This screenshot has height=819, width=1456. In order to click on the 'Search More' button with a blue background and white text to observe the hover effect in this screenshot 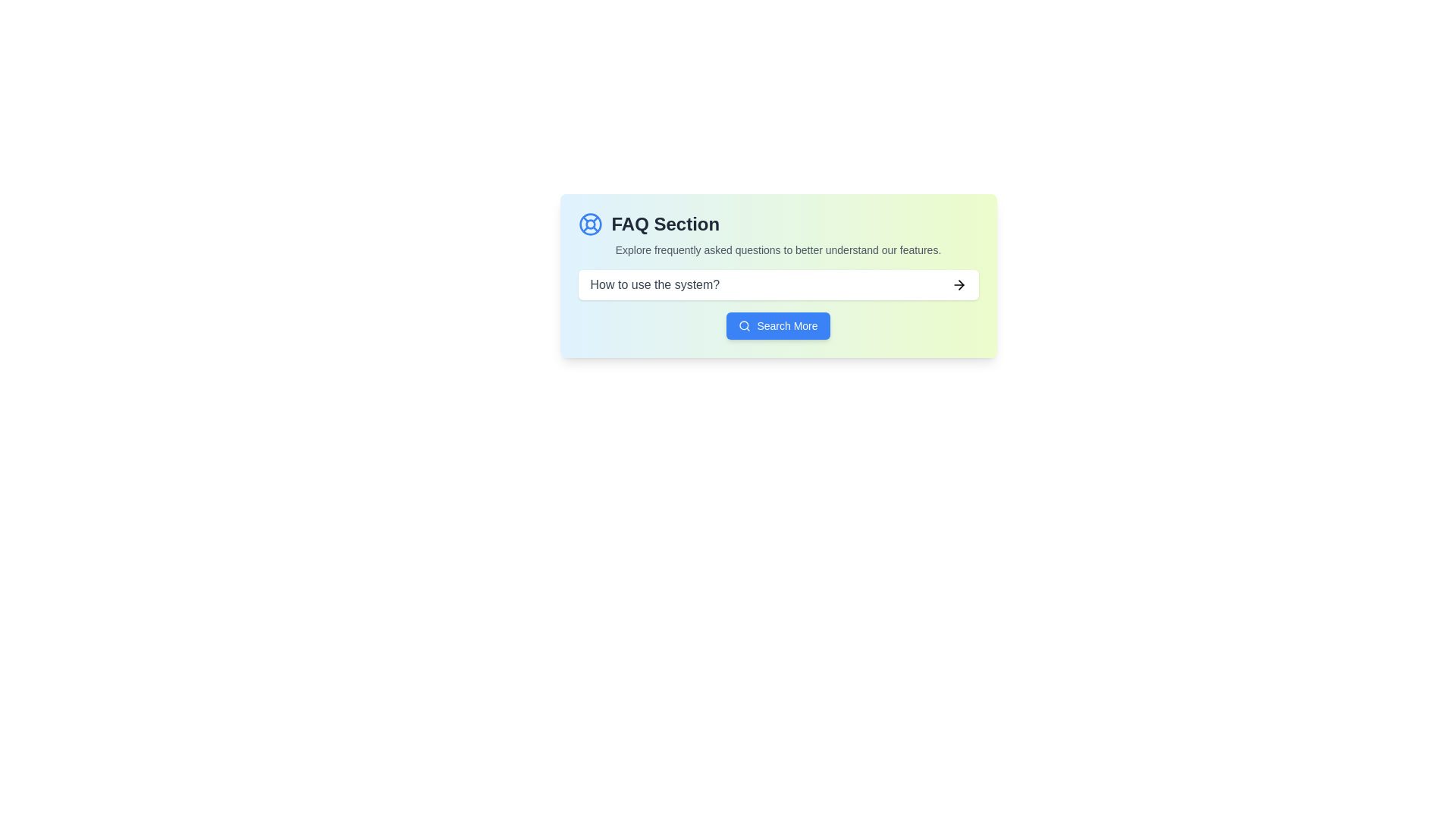, I will do `click(778, 325)`.